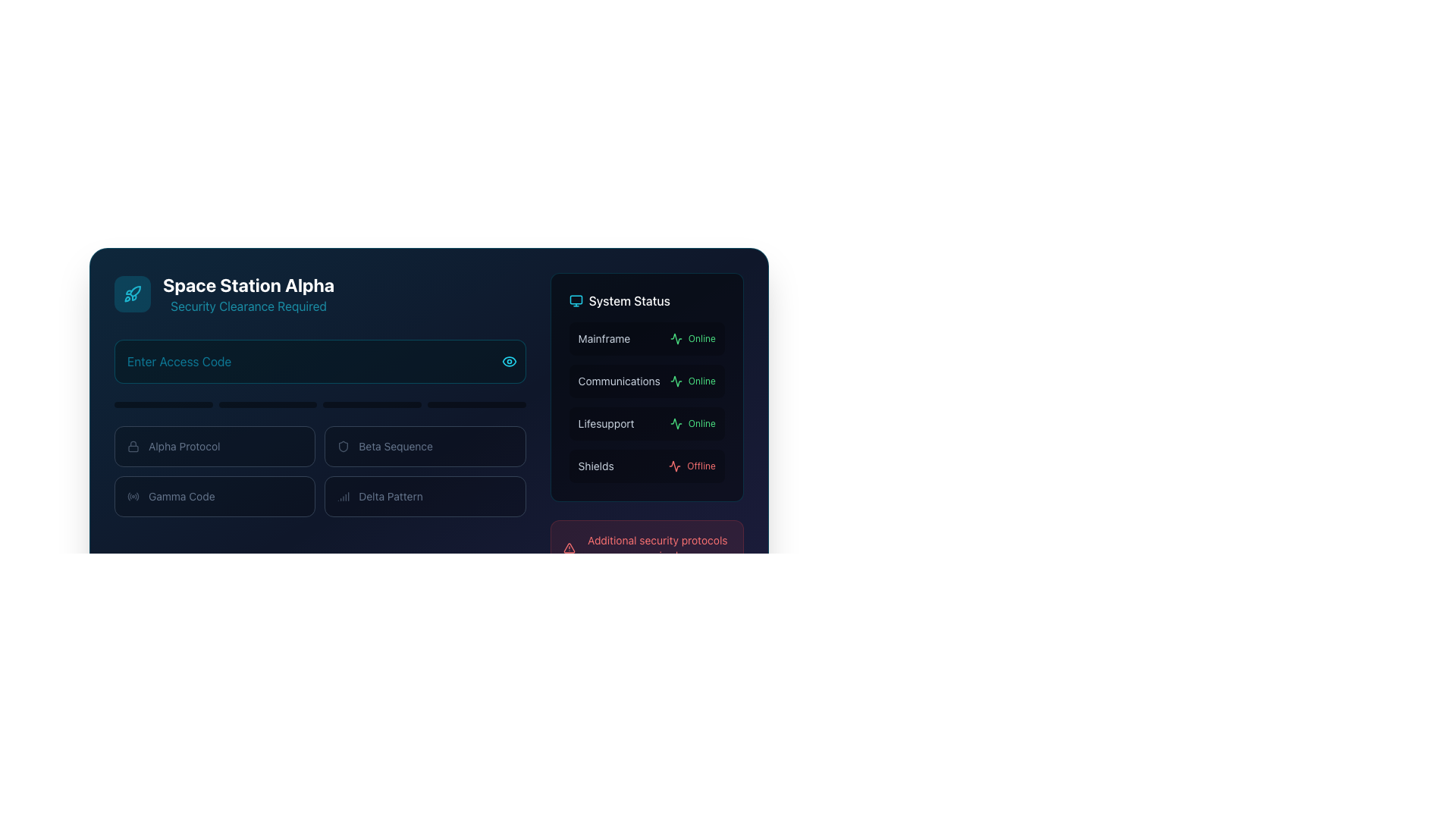  I want to click on the 'System Status' header text label with an aligned icon located in the top-right corner of the interface, so click(647, 301).